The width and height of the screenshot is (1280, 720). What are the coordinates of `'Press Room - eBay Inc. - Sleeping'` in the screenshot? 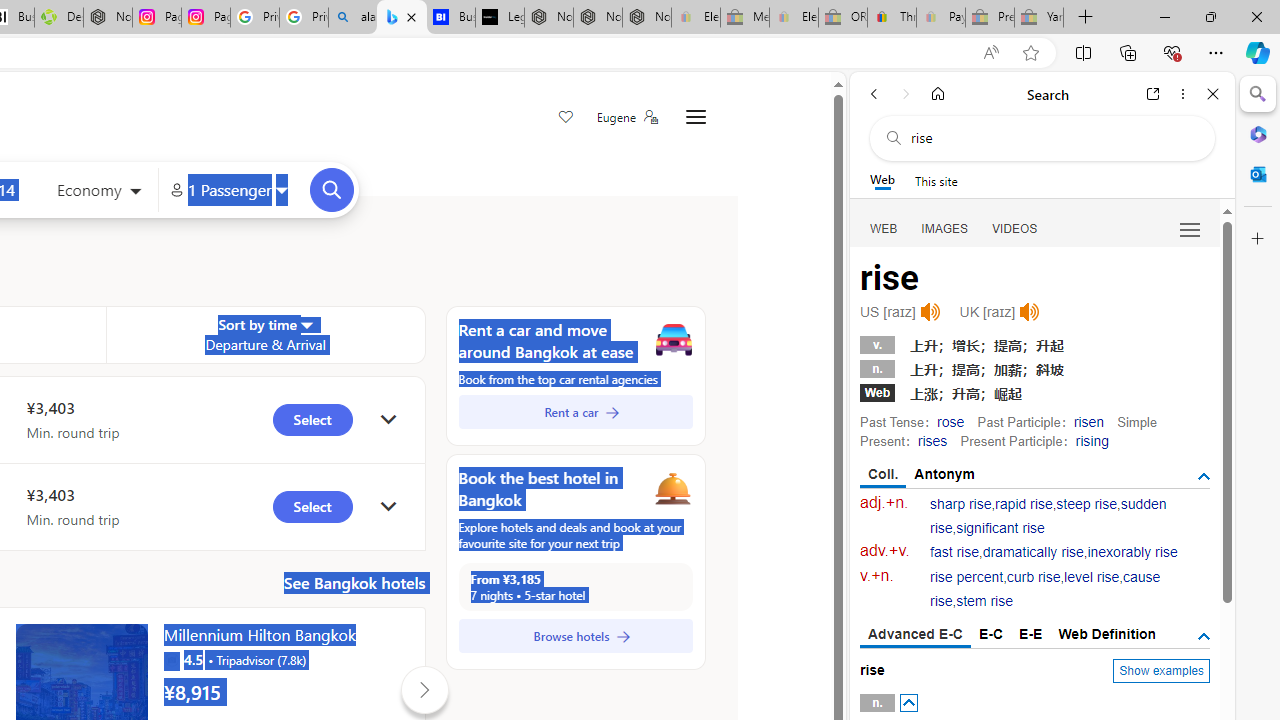 It's located at (990, 17).